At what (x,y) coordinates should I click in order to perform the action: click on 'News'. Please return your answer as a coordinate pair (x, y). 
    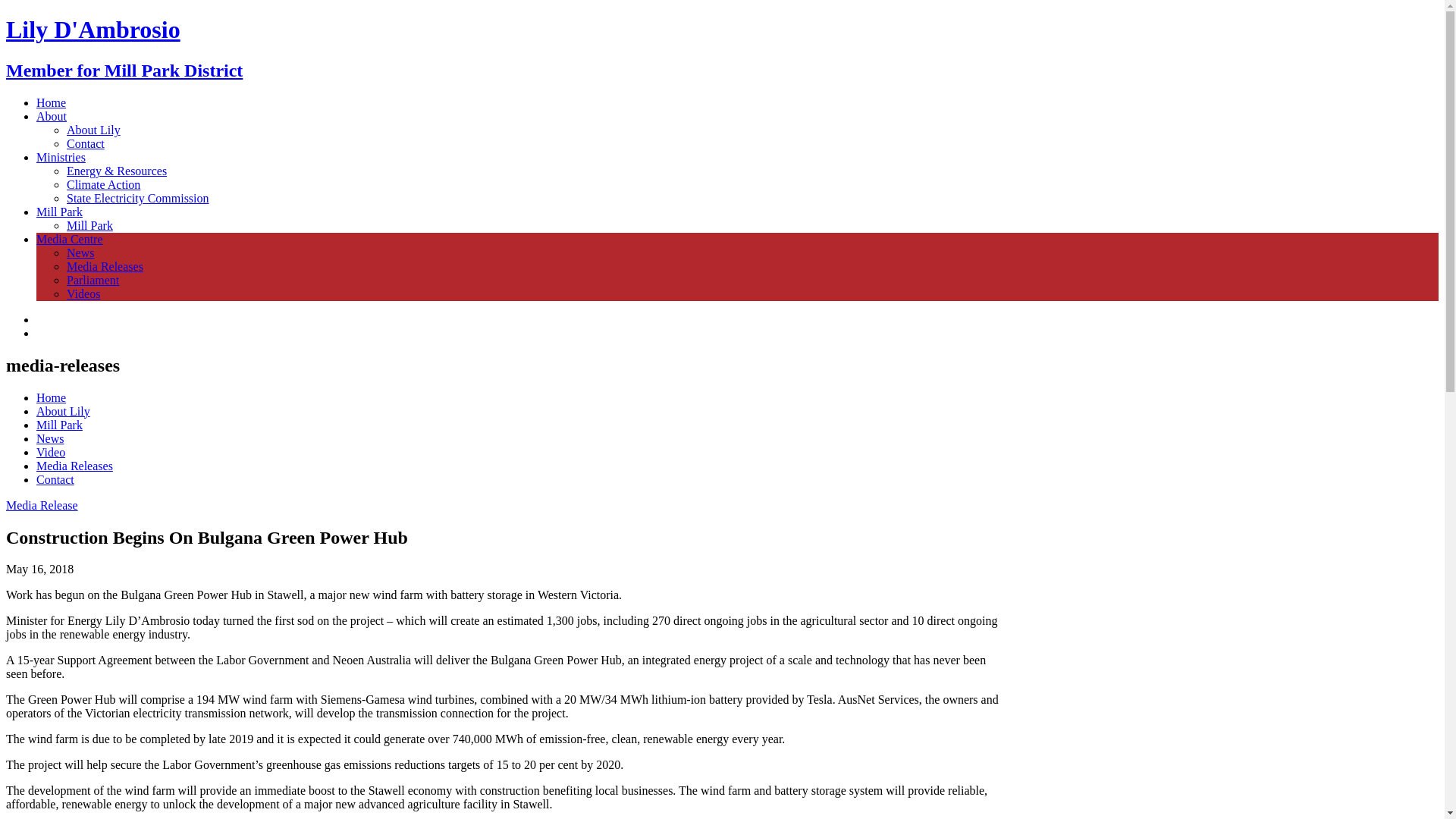
    Looking at the image, I should click on (79, 252).